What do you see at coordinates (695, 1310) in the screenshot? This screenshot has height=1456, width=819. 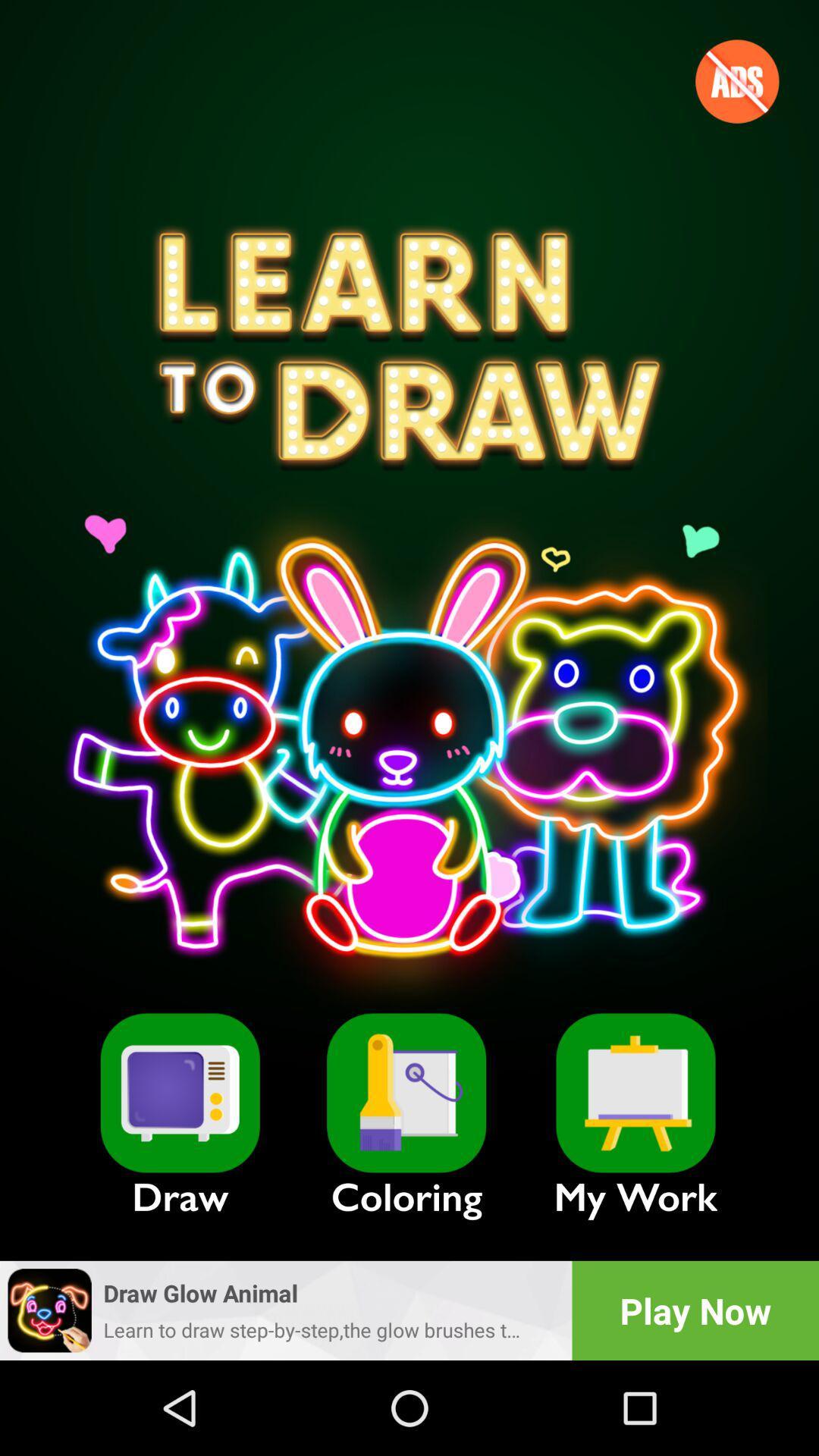 I see `the app to the right of the draw glow animal` at bounding box center [695, 1310].